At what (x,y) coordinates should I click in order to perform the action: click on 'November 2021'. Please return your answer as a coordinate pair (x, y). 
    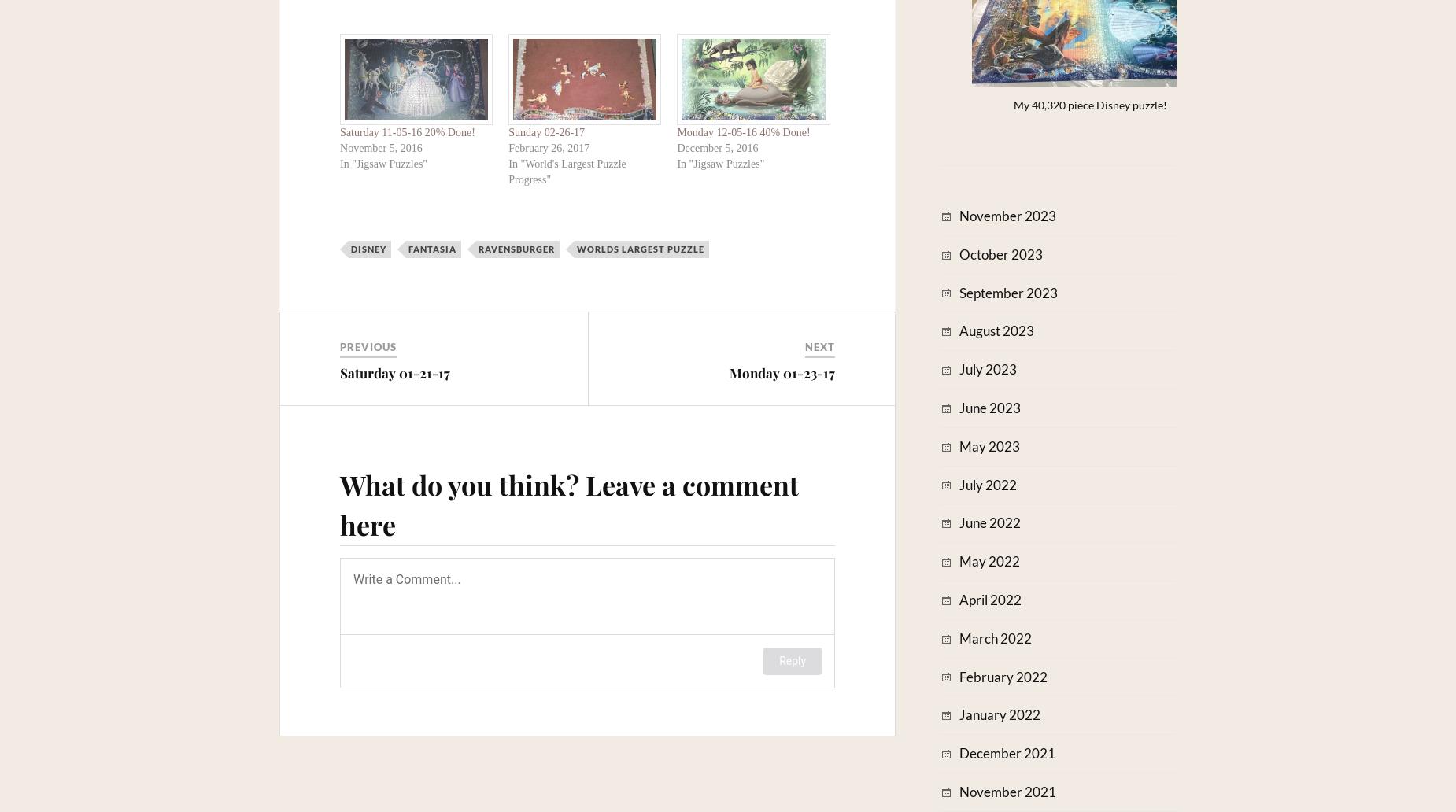
    Looking at the image, I should click on (1007, 791).